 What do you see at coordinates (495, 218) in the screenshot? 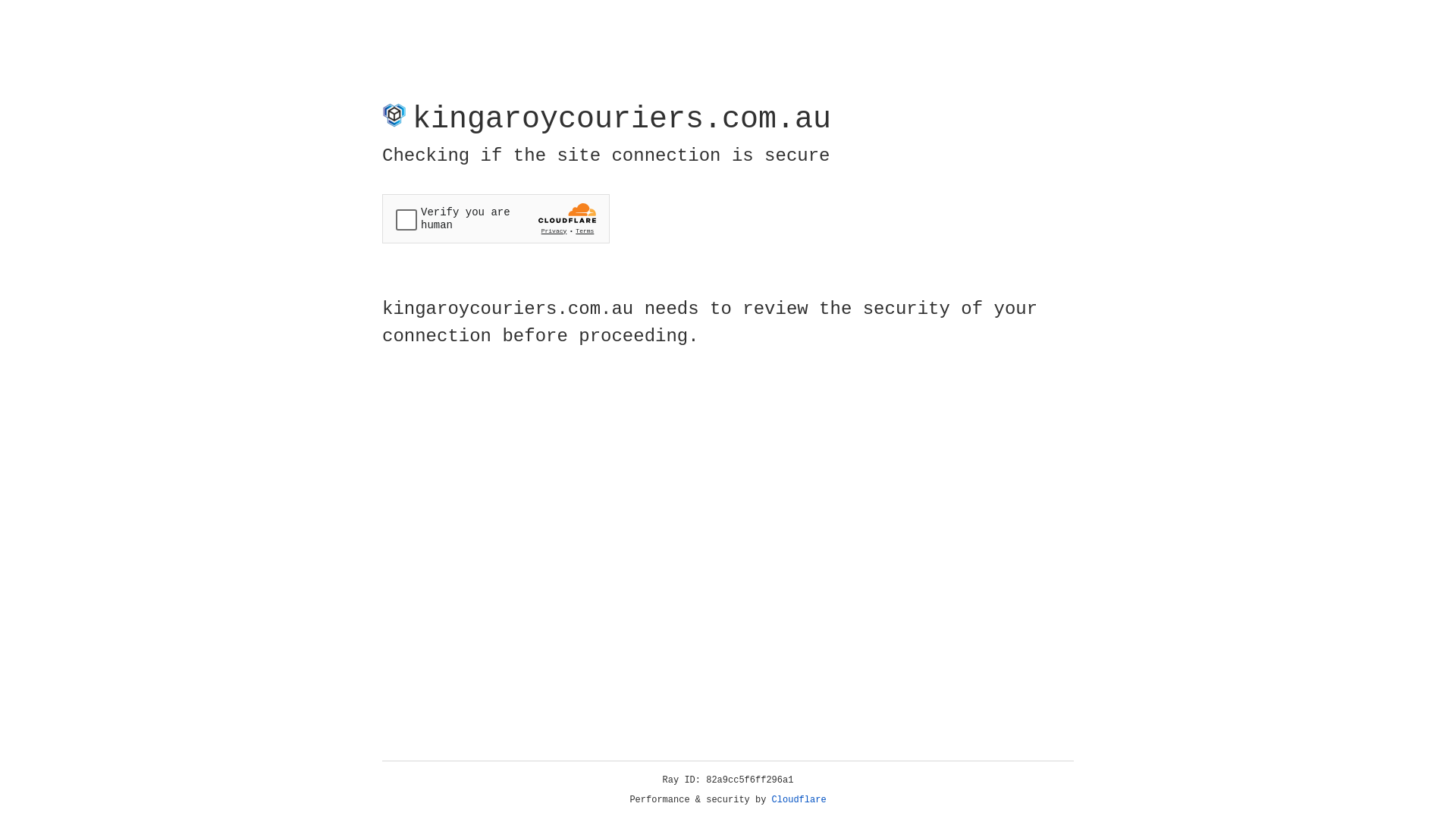
I see `'Widget containing a Cloudflare security challenge'` at bounding box center [495, 218].